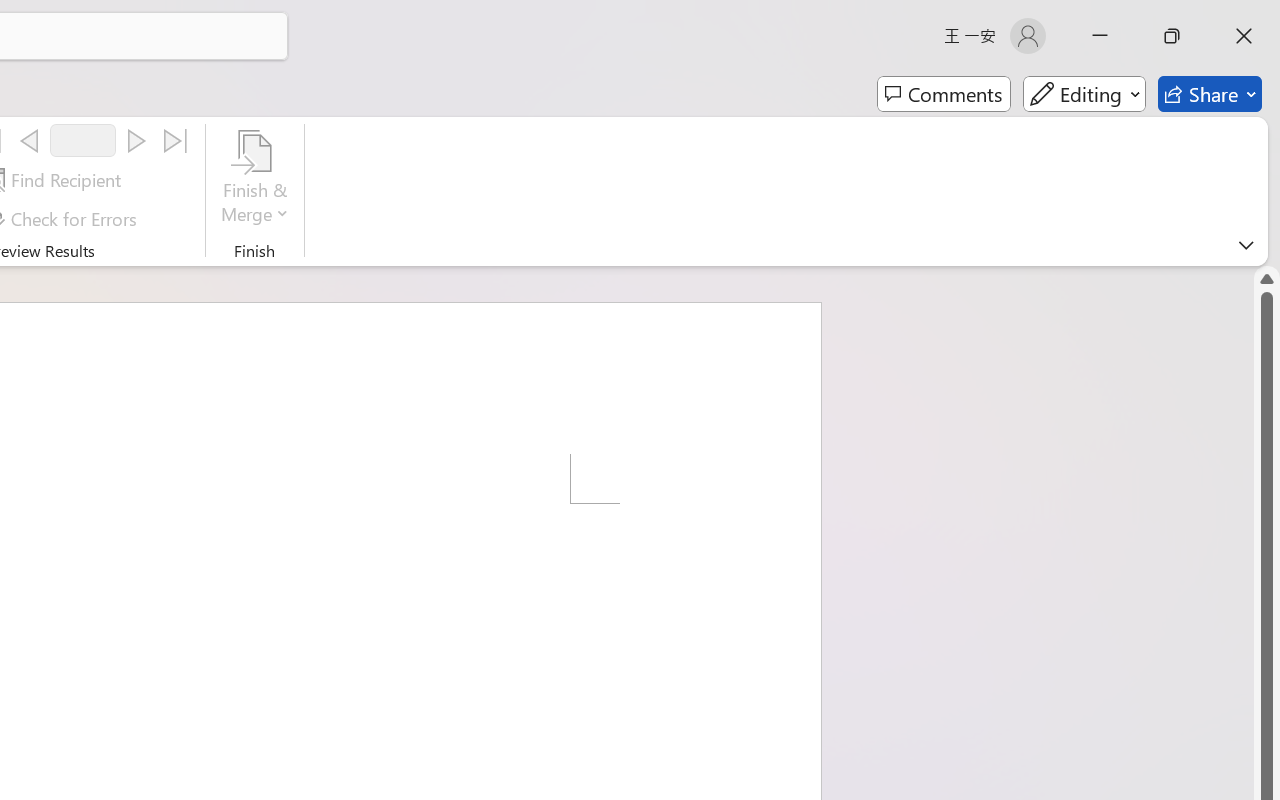  Describe the element at coordinates (135, 141) in the screenshot. I see `'Next'` at that location.